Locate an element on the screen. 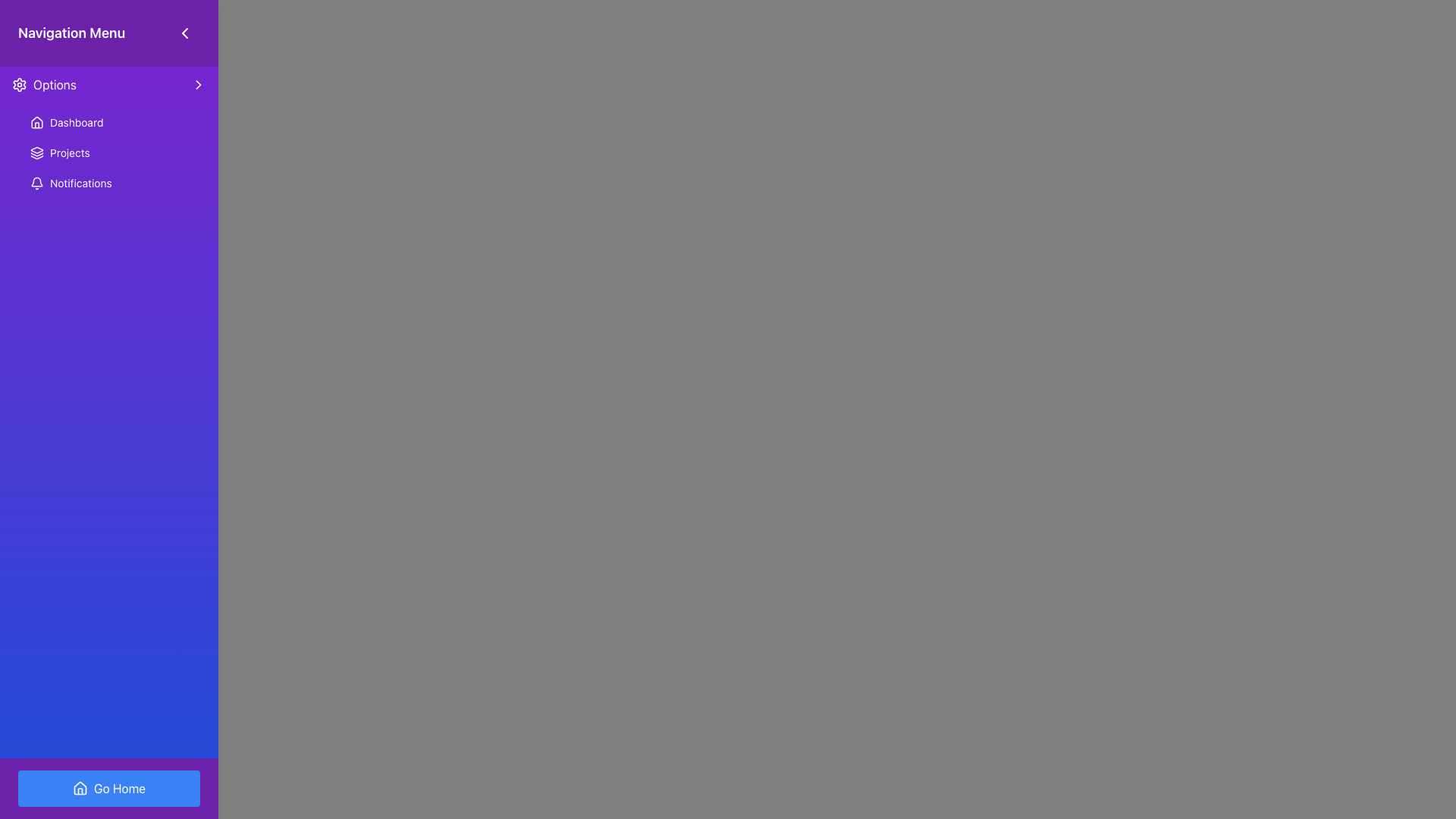 The image size is (1456, 819). the triangular stack-like icon representing layers in the navigation menu bar labeled 'Projects.' is located at coordinates (36, 150).